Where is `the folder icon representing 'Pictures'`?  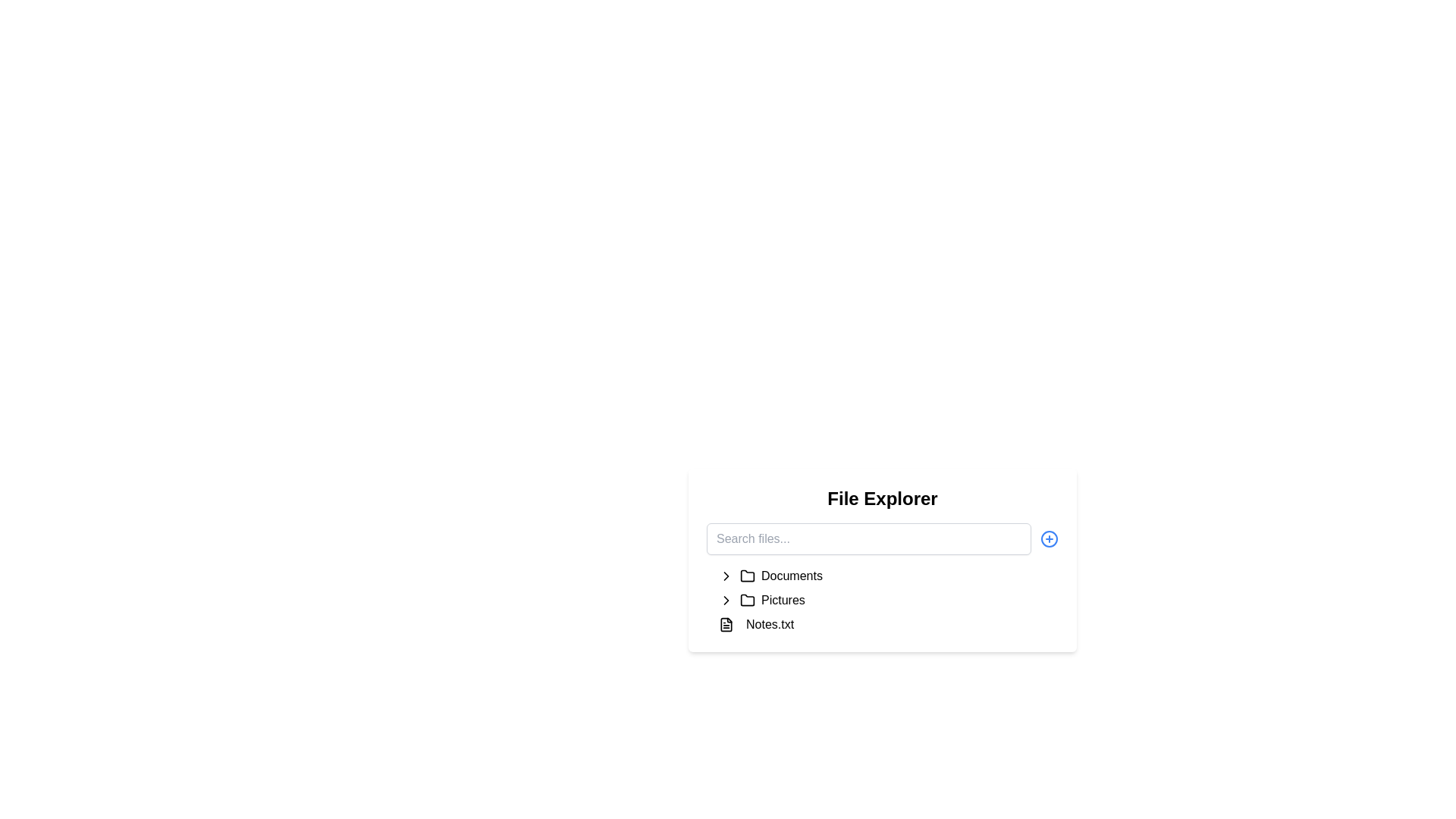
the folder icon representing 'Pictures' is located at coordinates (747, 599).